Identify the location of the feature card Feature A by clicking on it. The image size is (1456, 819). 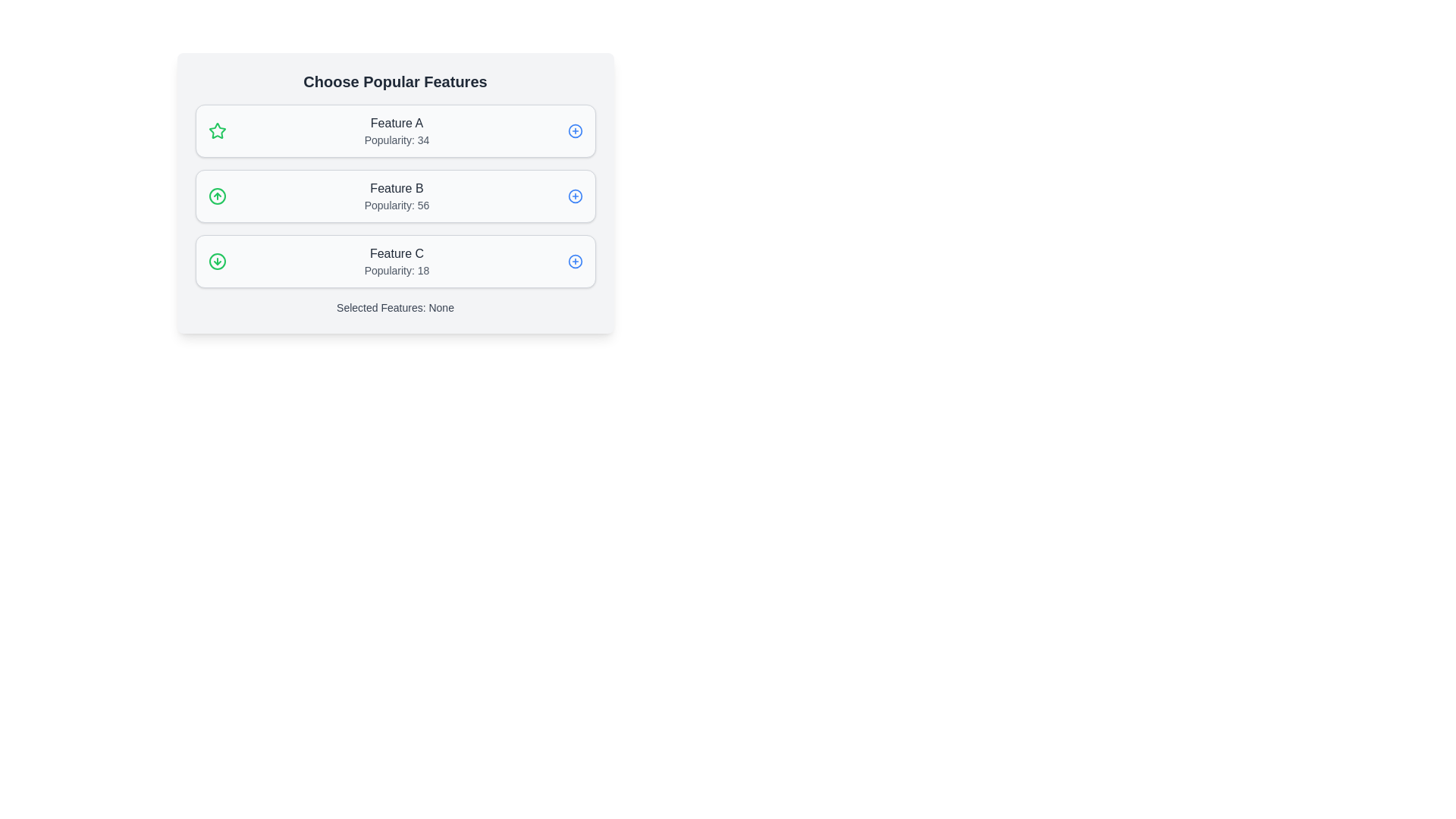
(395, 130).